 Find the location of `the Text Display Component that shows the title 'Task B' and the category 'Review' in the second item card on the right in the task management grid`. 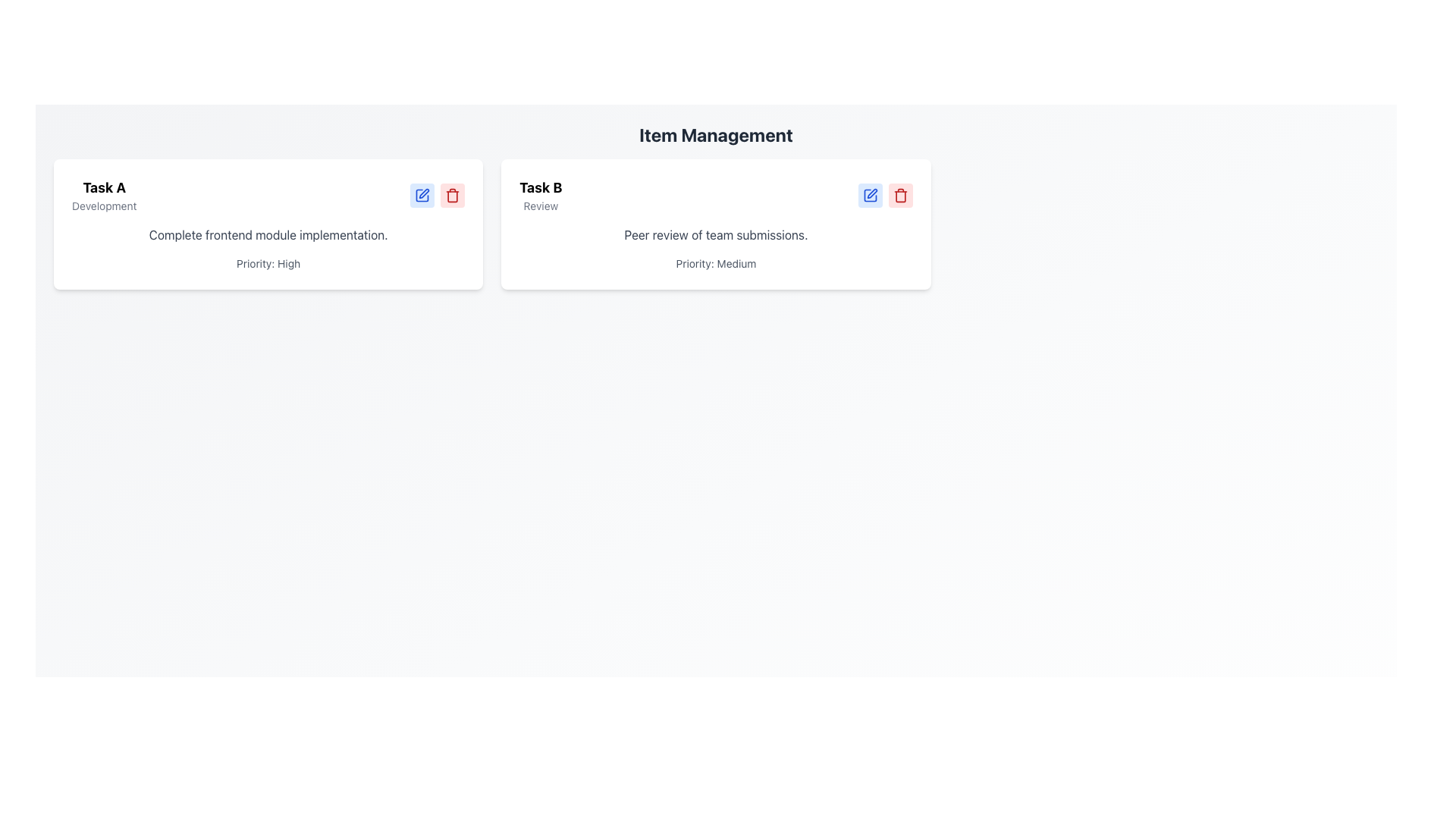

the Text Display Component that shows the title 'Task B' and the category 'Review' in the second item card on the right in the task management grid is located at coordinates (541, 195).